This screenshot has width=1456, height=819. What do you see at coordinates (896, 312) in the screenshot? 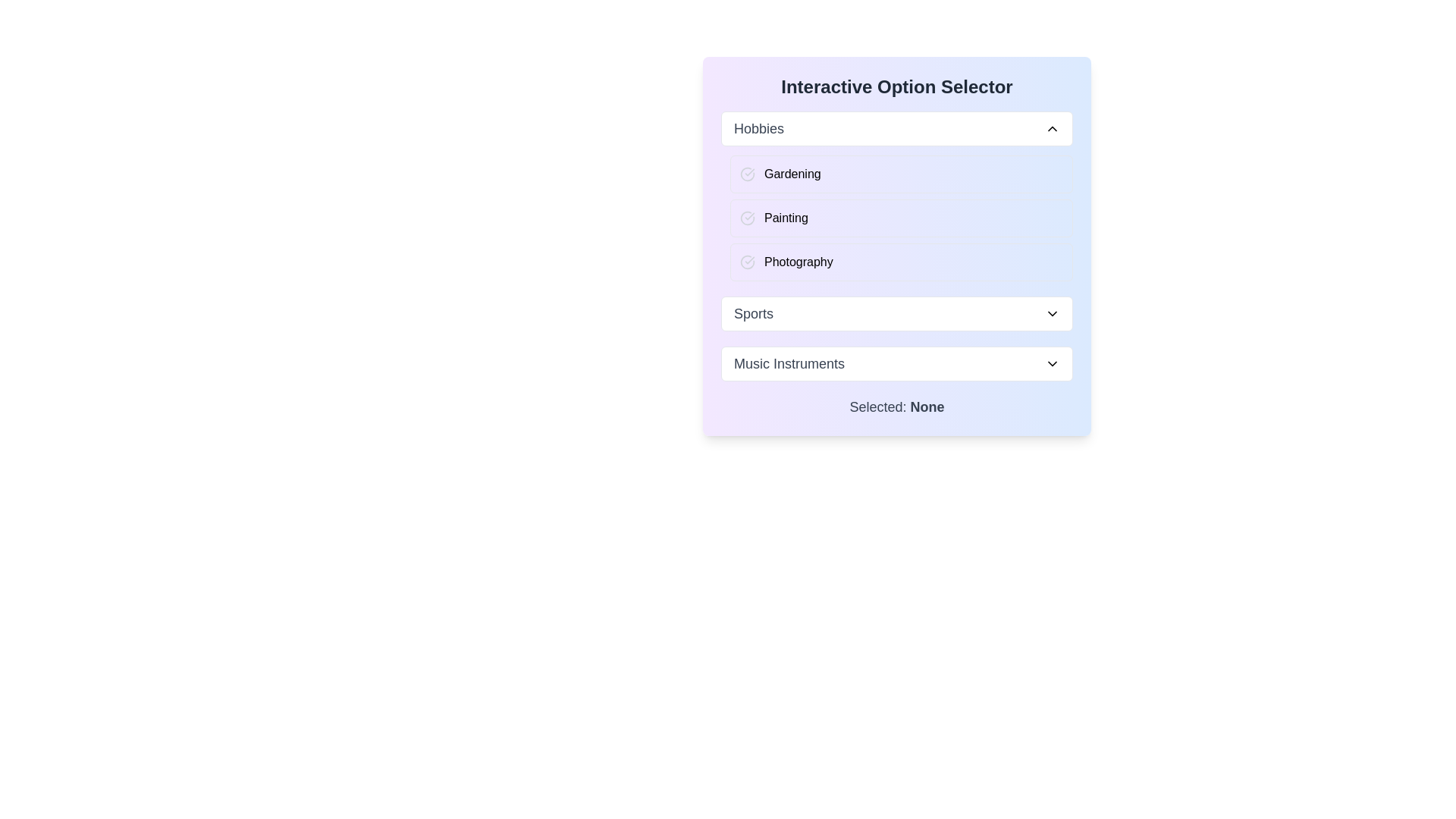
I see `the Dropdown trigger element labeled 'Sports'` at bounding box center [896, 312].